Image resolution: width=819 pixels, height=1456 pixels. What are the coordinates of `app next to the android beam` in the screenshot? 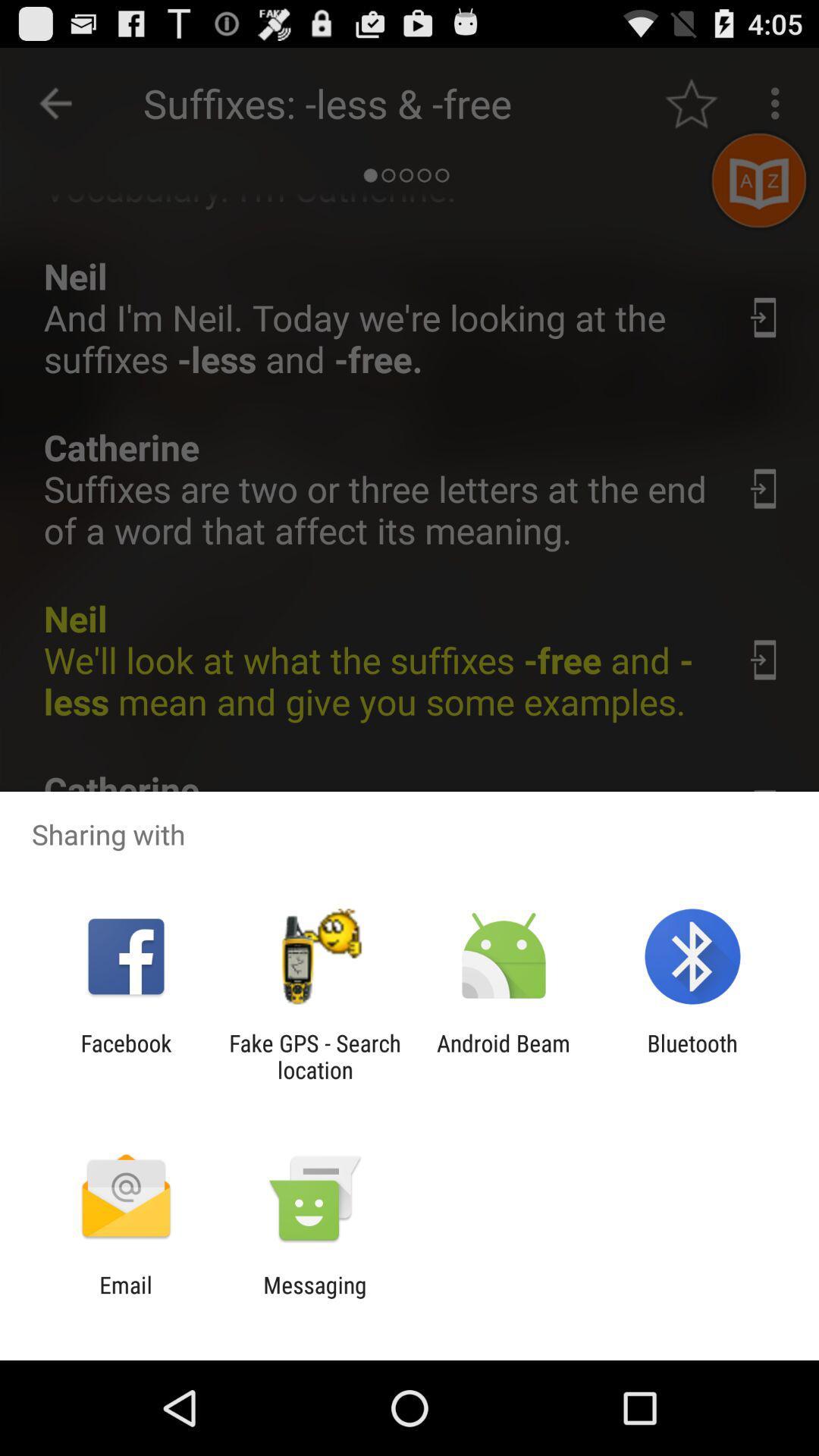 It's located at (692, 1056).